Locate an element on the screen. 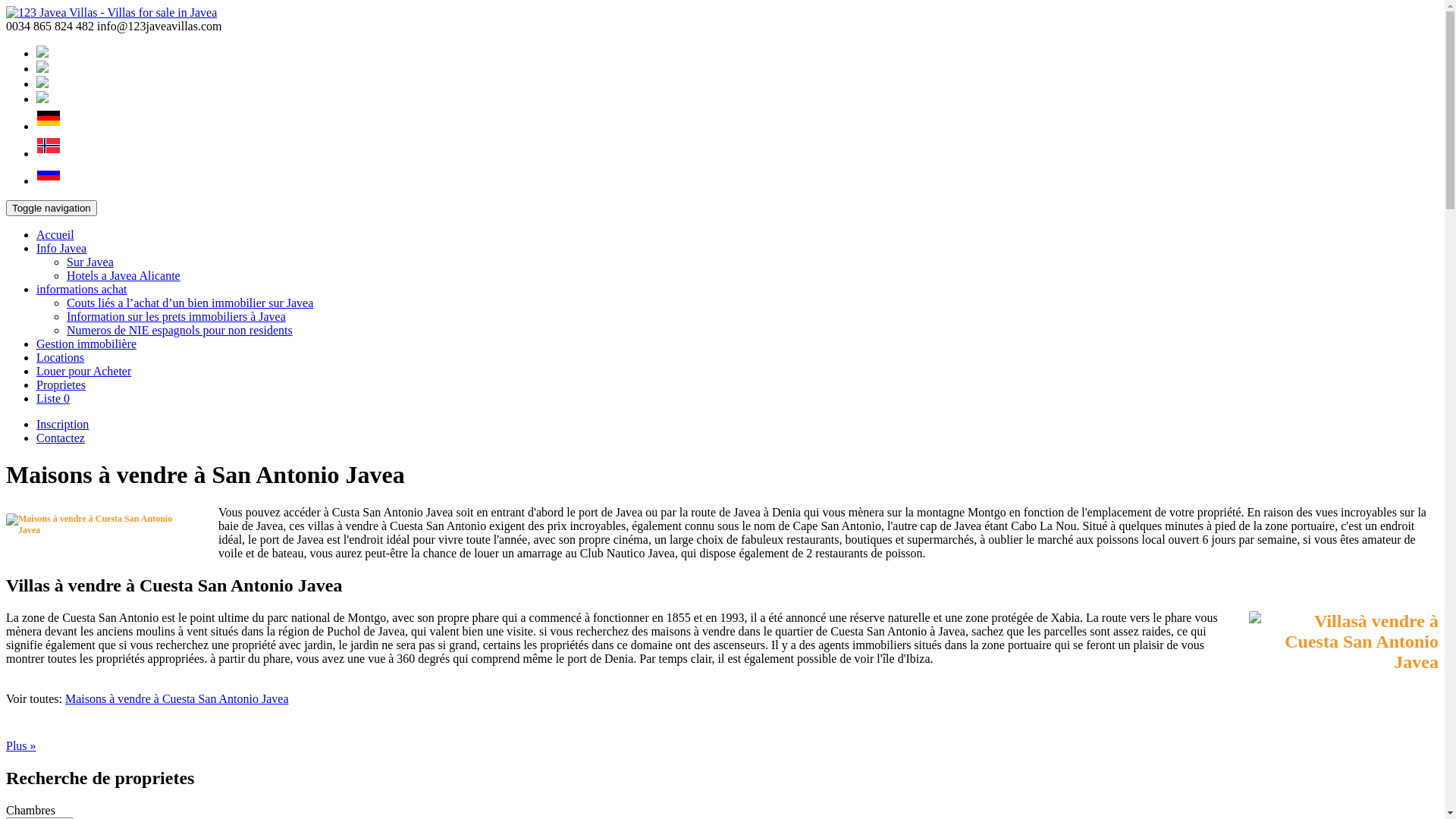 Image resolution: width=1456 pixels, height=819 pixels. 'Sur Javea' is located at coordinates (65, 261).